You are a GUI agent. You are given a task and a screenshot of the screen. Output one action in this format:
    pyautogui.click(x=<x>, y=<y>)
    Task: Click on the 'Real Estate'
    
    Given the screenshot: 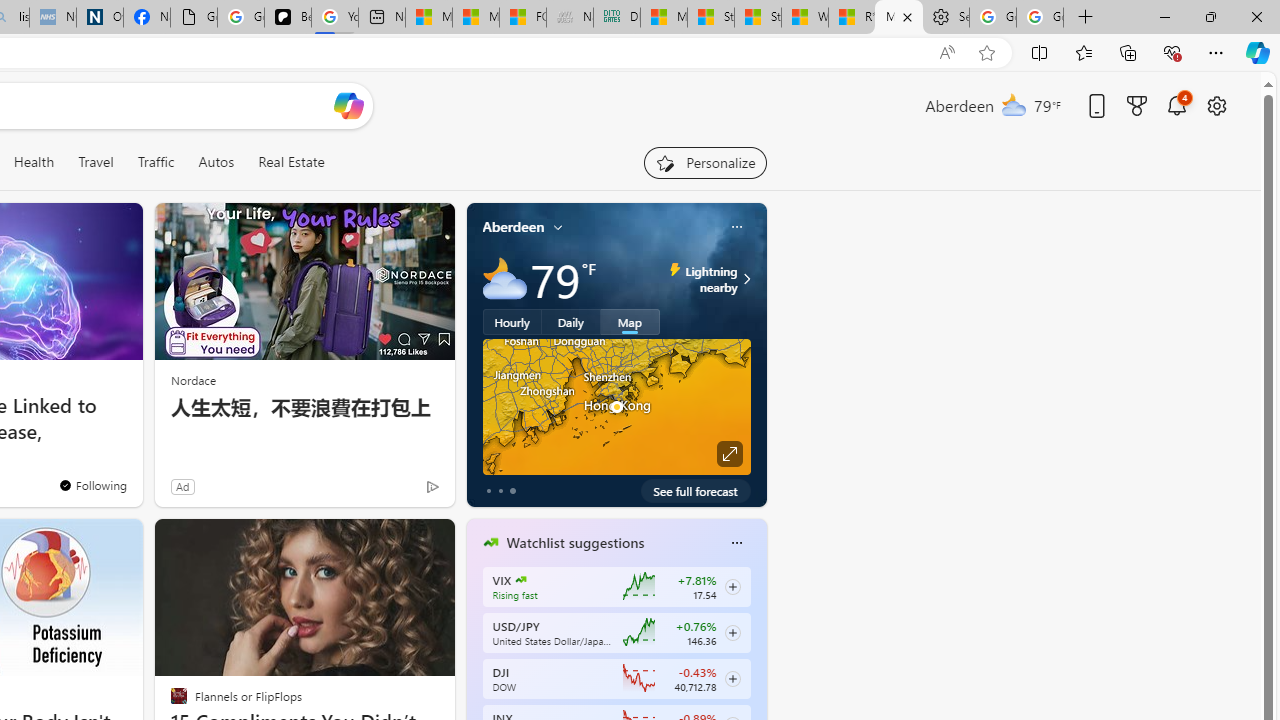 What is the action you would take?
    pyautogui.click(x=290, y=161)
    